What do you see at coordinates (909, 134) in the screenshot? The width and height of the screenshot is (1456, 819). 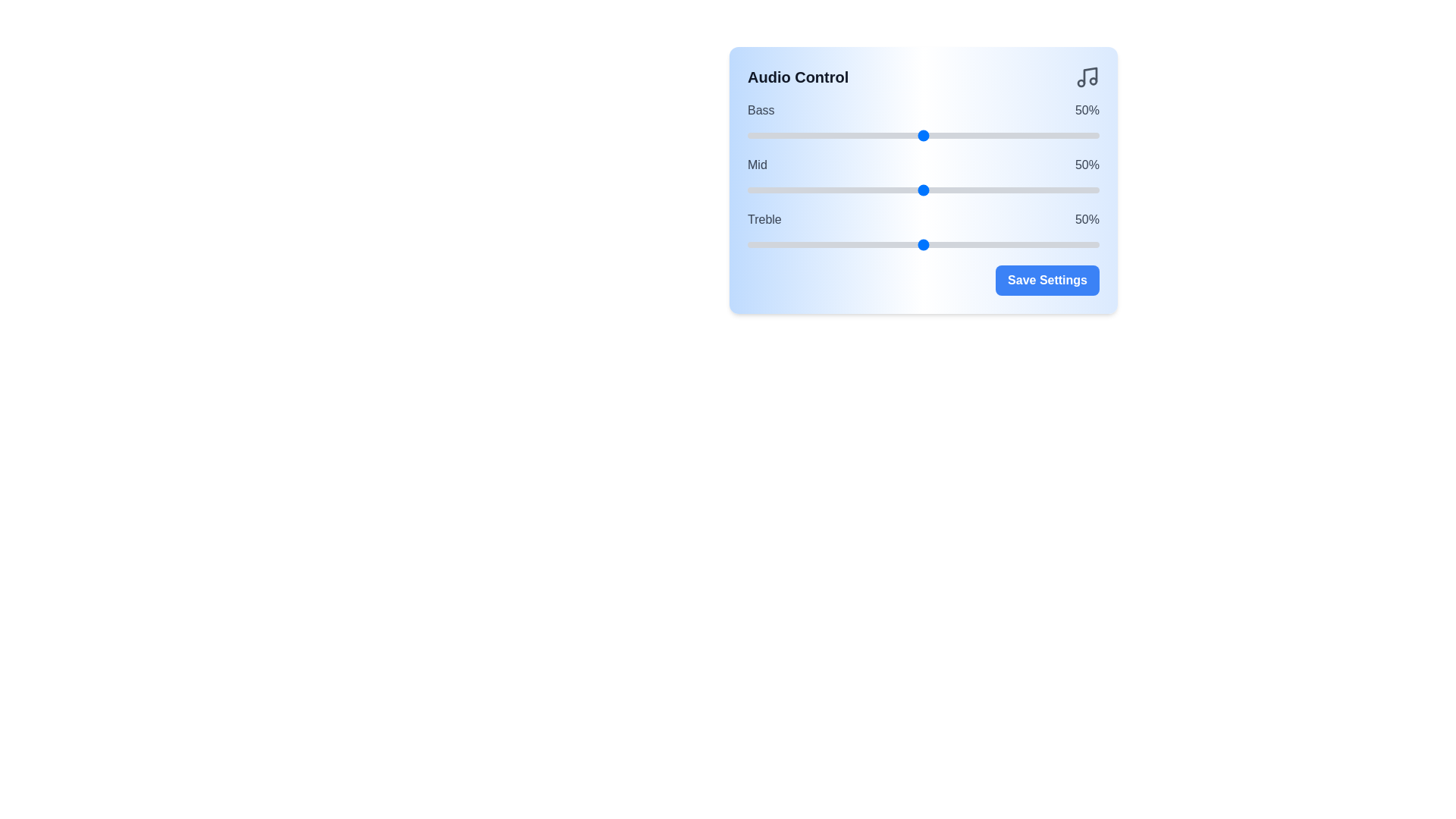 I see `the bass slider to 46%` at bounding box center [909, 134].